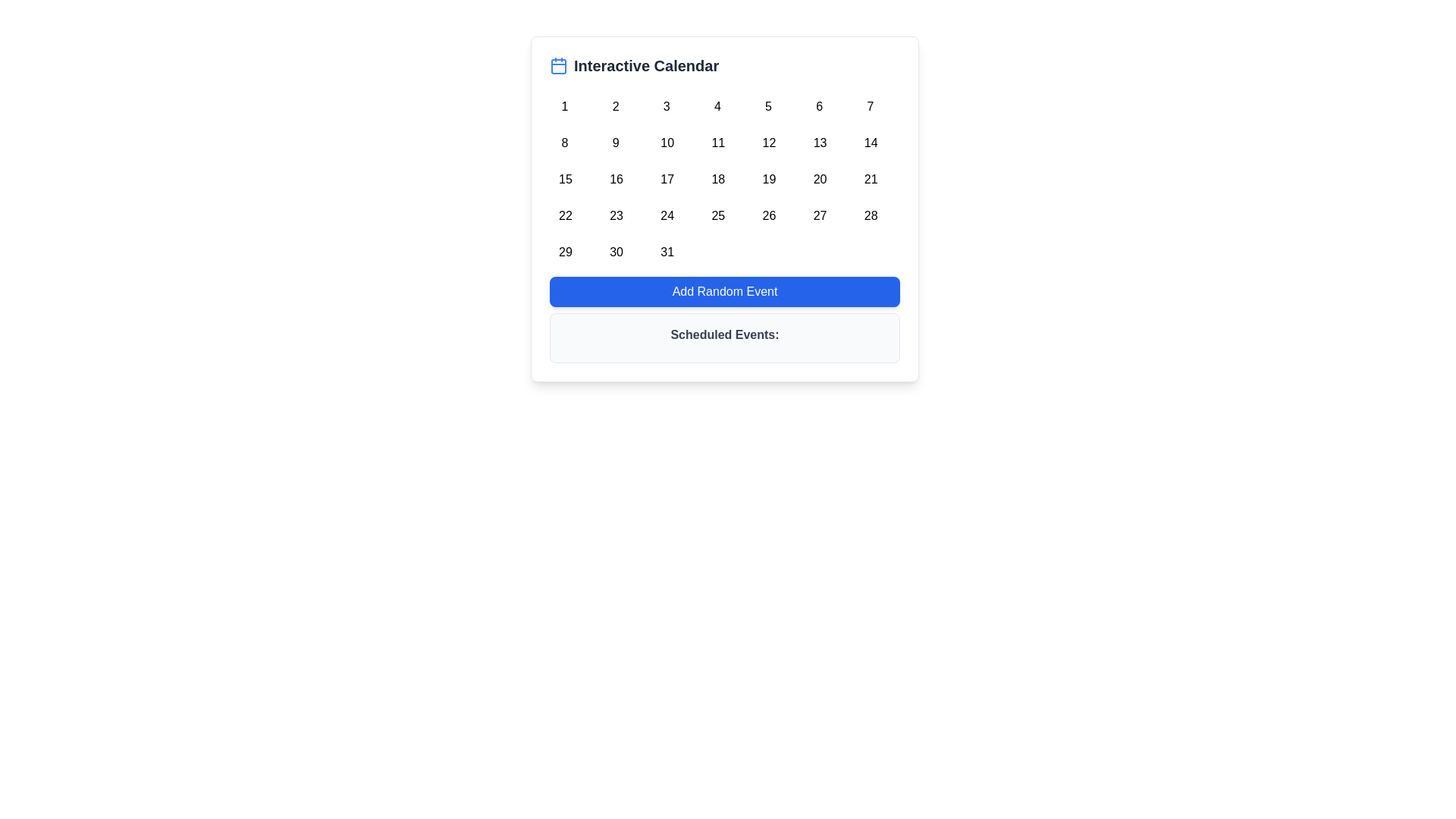  Describe the element at coordinates (667, 248) in the screenshot. I see `the calendar date button for the 31st day located at the bottom row, seventh position in the grid` at that location.